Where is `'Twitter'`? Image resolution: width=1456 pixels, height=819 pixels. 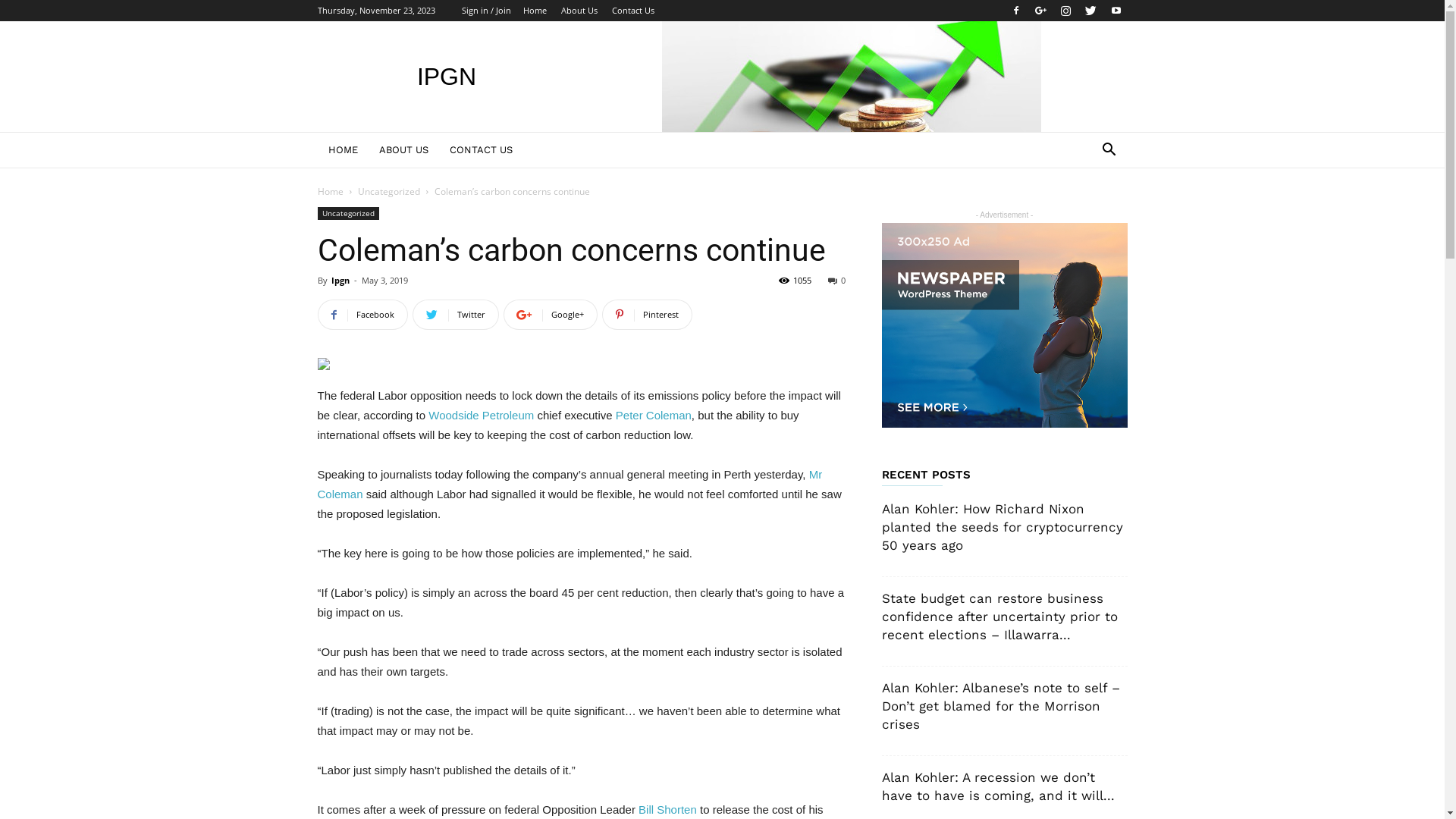 'Twitter' is located at coordinates (1090, 11).